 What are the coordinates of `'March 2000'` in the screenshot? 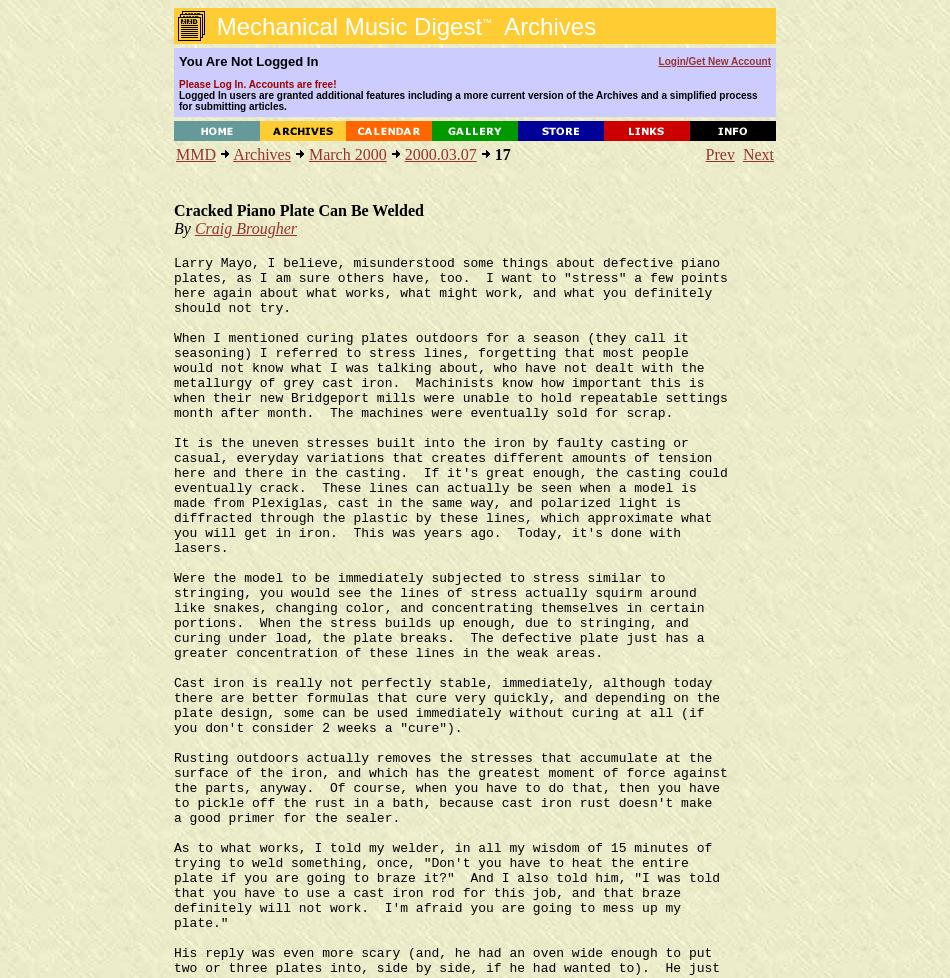 It's located at (346, 154).